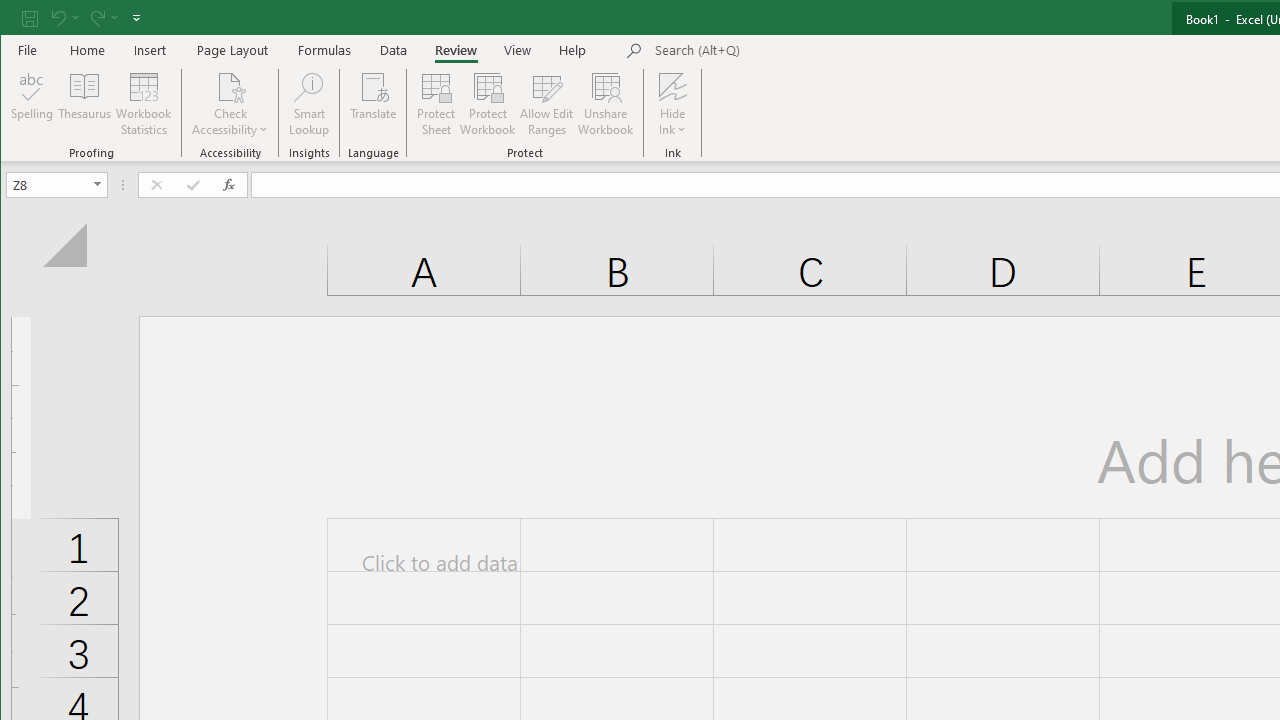 This screenshot has width=1280, height=720. I want to click on 'Allow Edit Ranges', so click(547, 104).